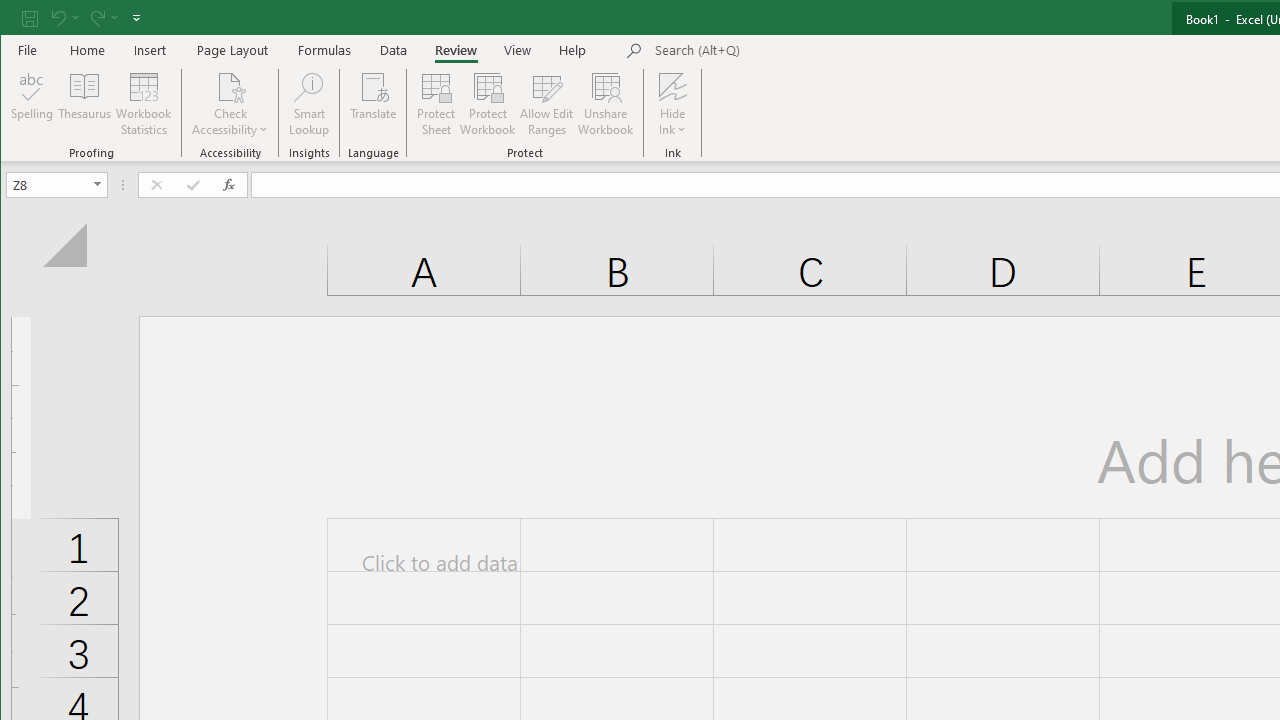 This screenshot has width=1280, height=720. I want to click on 'Allow Edit Ranges', so click(547, 104).